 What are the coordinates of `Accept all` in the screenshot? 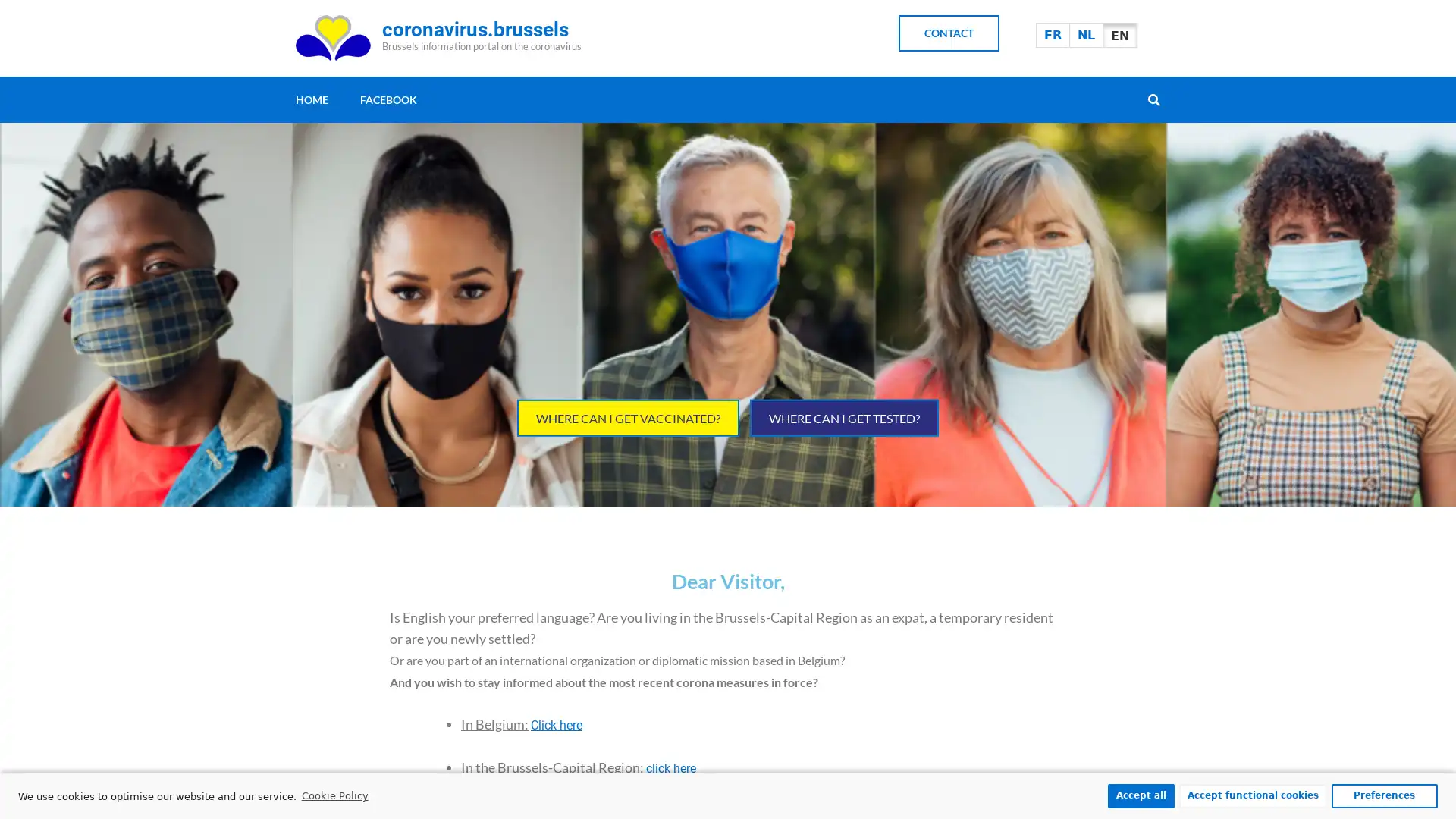 It's located at (1141, 795).